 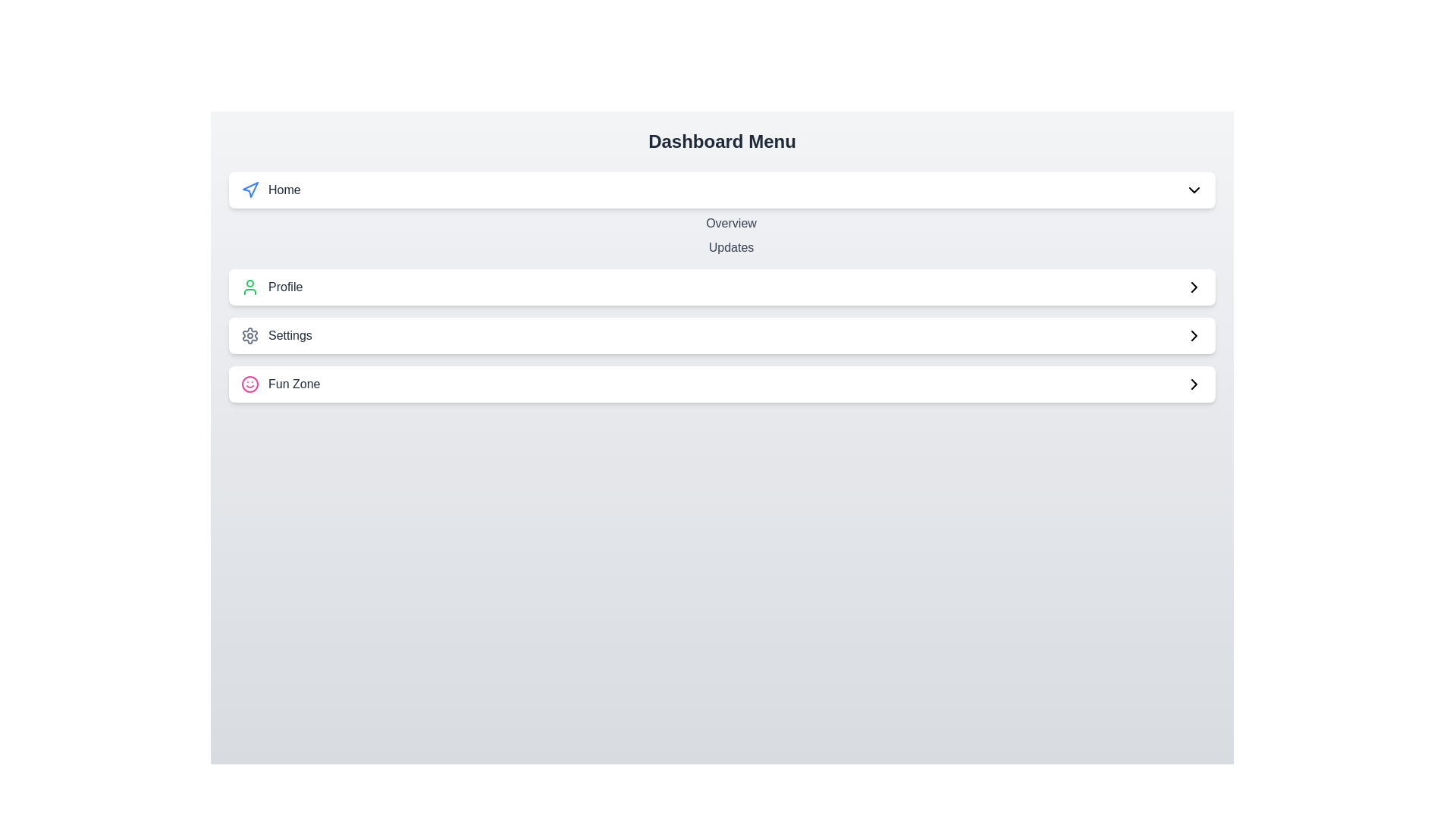 What do you see at coordinates (250, 189) in the screenshot?
I see `the 'Home' menu icon, which is the first item in the navigation list, by clicking on its center` at bounding box center [250, 189].